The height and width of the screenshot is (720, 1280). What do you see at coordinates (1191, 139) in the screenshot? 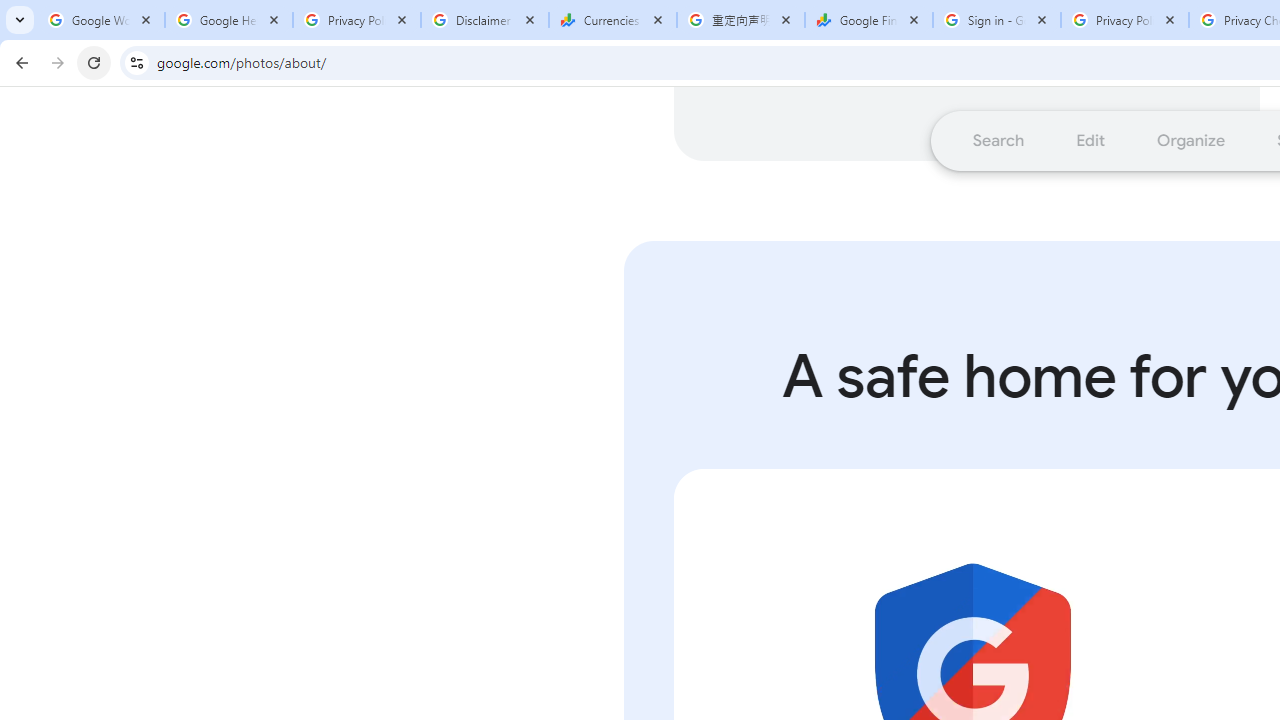
I see `'Go to section: Organize'` at bounding box center [1191, 139].